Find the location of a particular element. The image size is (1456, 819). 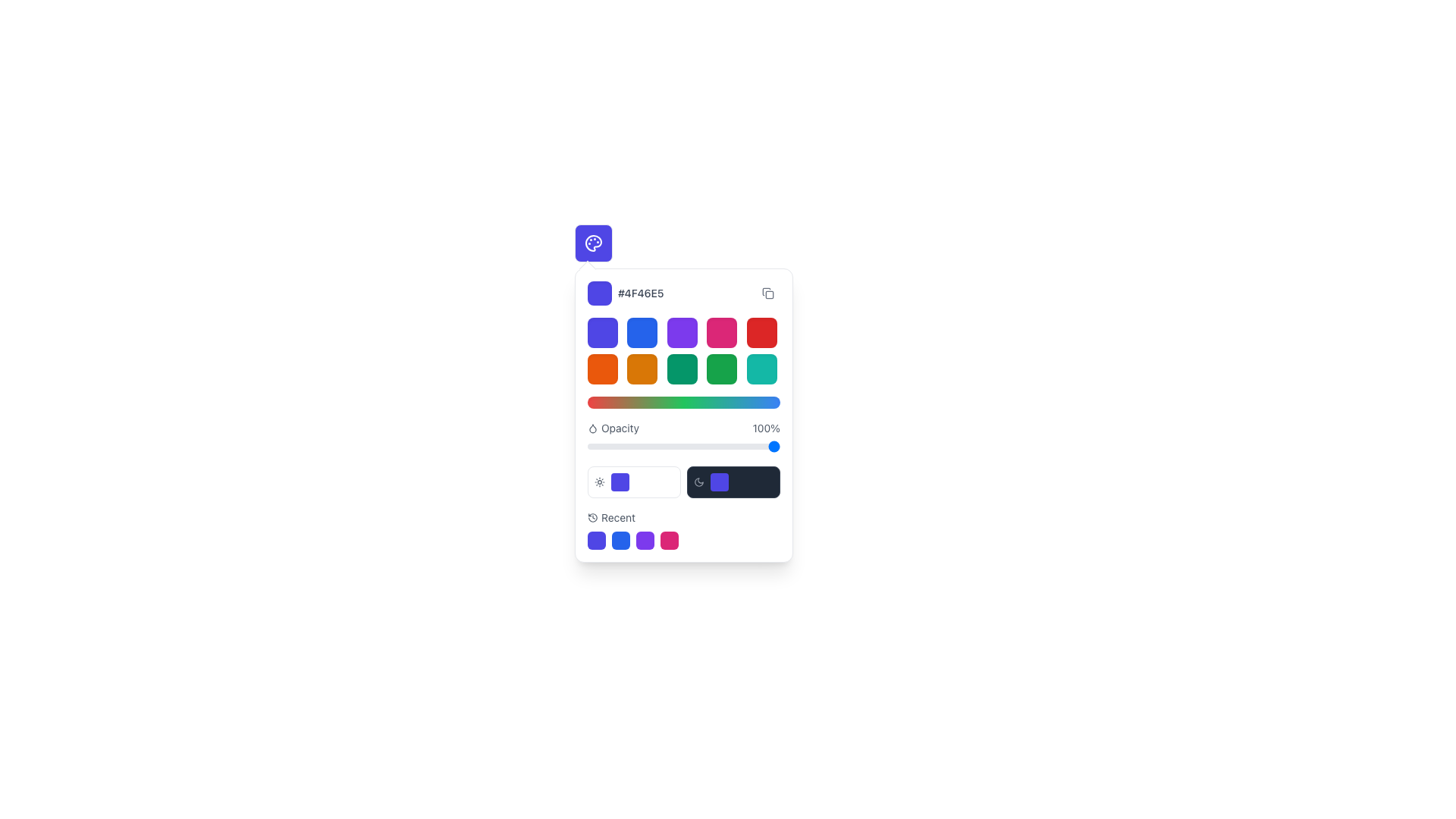

the interactive color selection button located in the second row and third column of the grid layout is located at coordinates (681, 369).